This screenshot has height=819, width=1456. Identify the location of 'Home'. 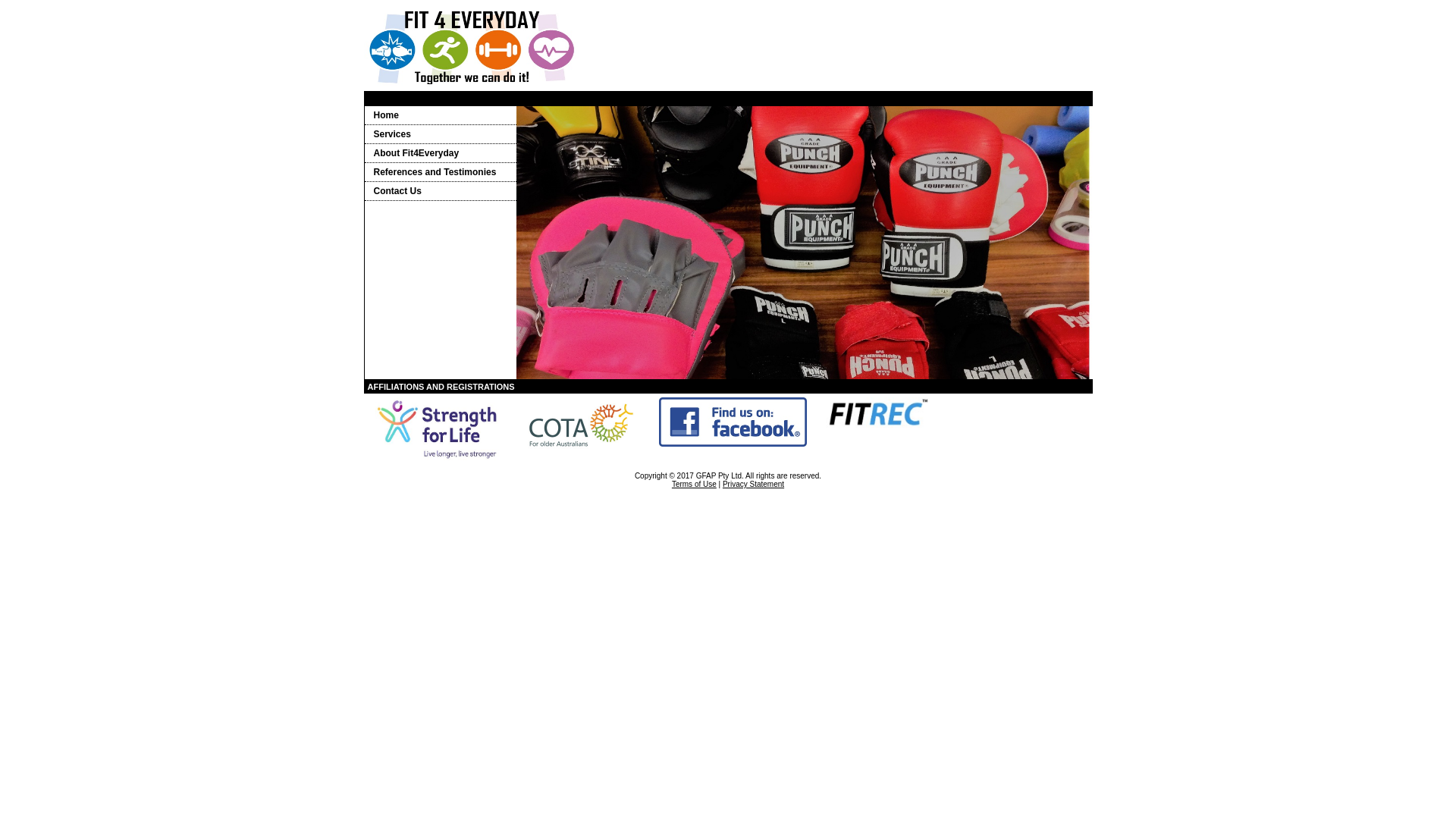
(364, 115).